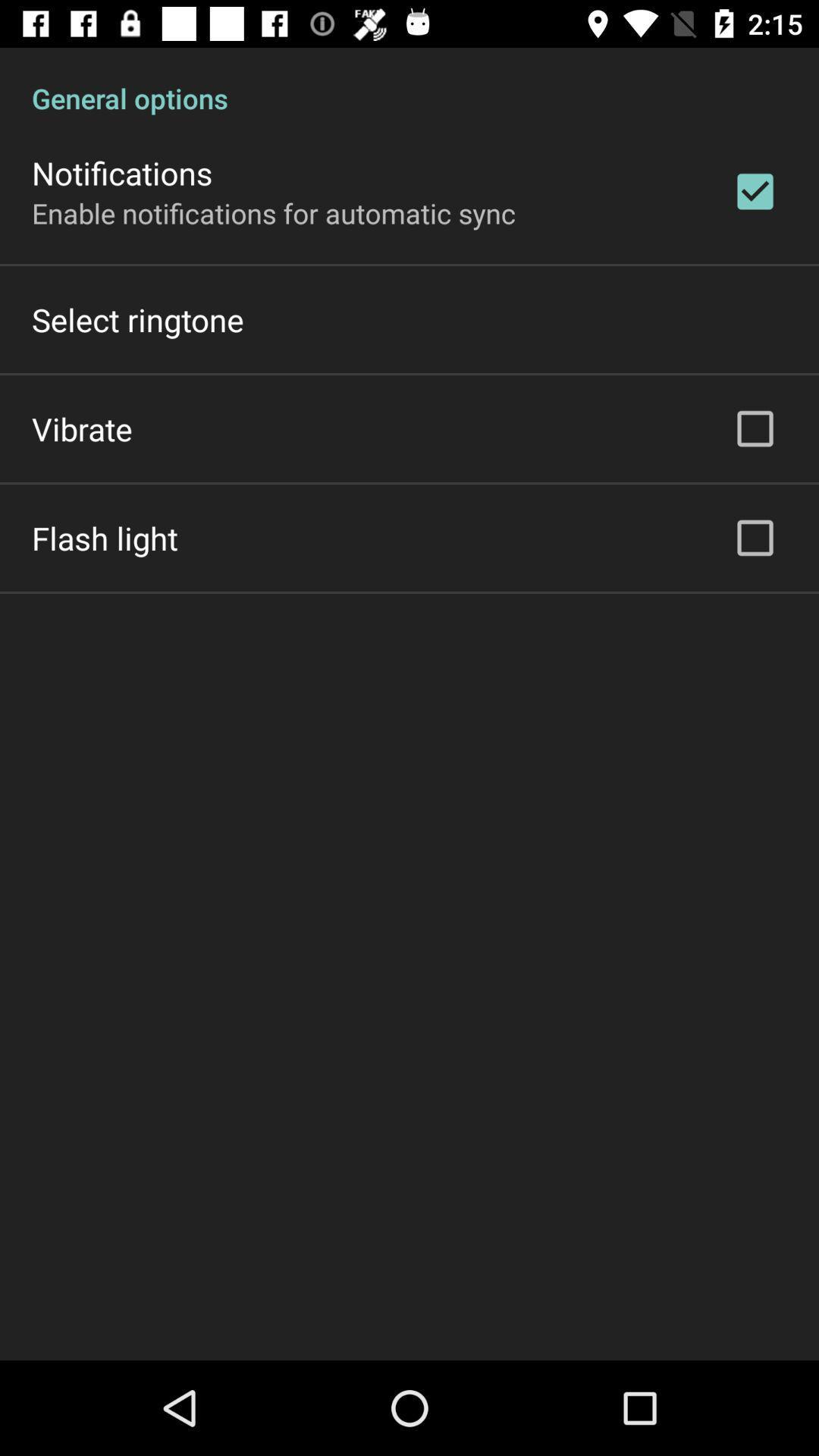 Image resolution: width=819 pixels, height=1456 pixels. I want to click on item below the vibrate item, so click(104, 538).